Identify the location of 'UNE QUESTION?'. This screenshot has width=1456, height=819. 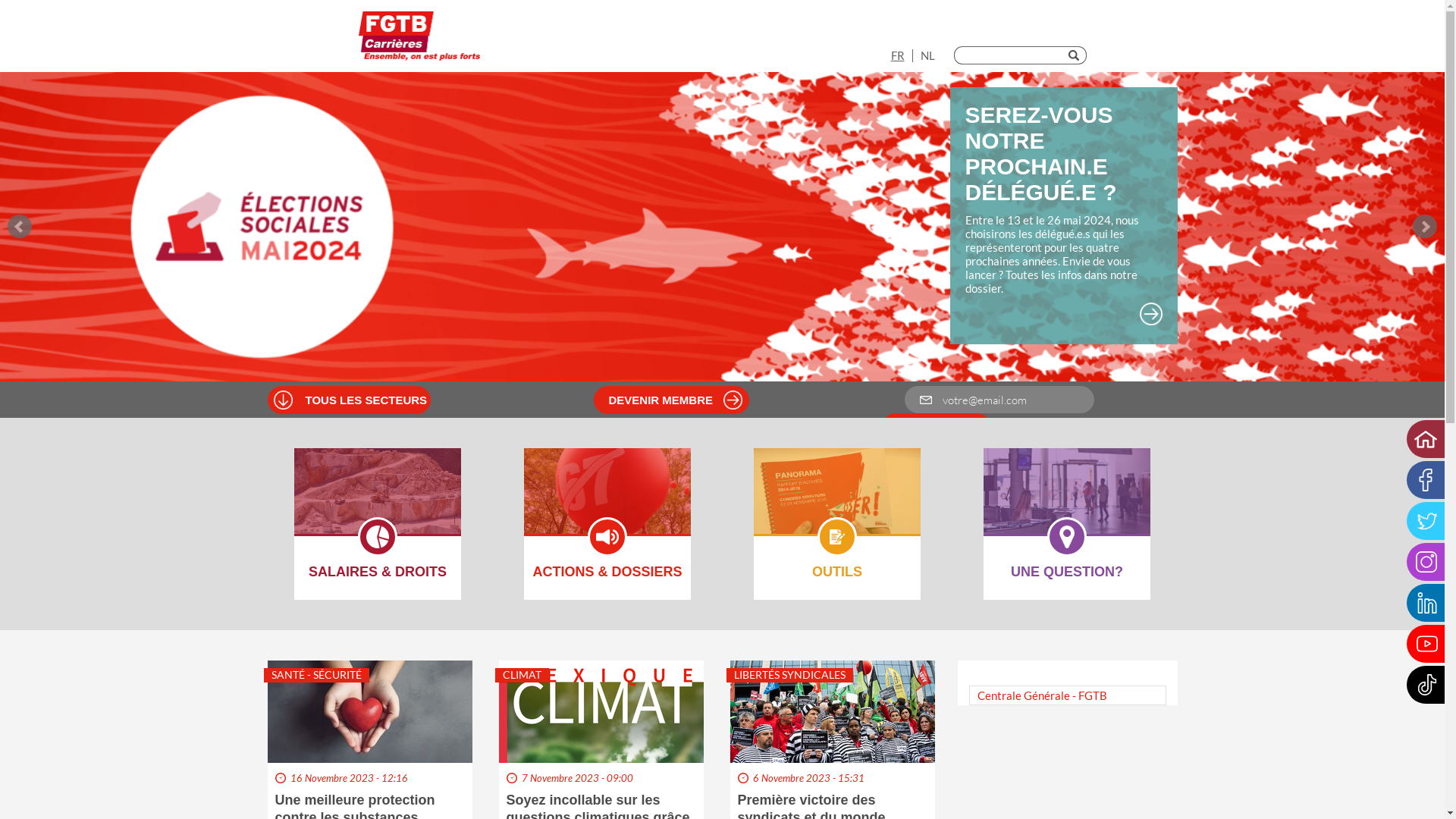
(983, 500).